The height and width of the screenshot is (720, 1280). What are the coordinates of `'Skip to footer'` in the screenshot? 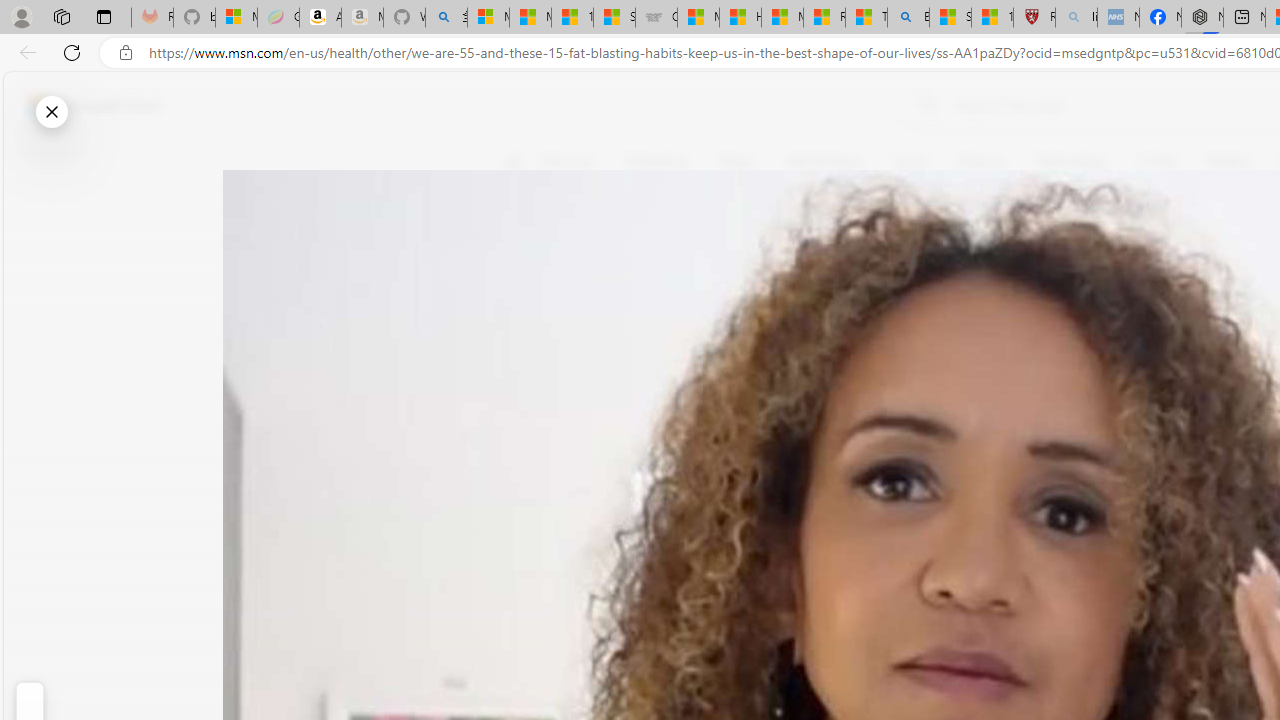 It's located at (81, 105).